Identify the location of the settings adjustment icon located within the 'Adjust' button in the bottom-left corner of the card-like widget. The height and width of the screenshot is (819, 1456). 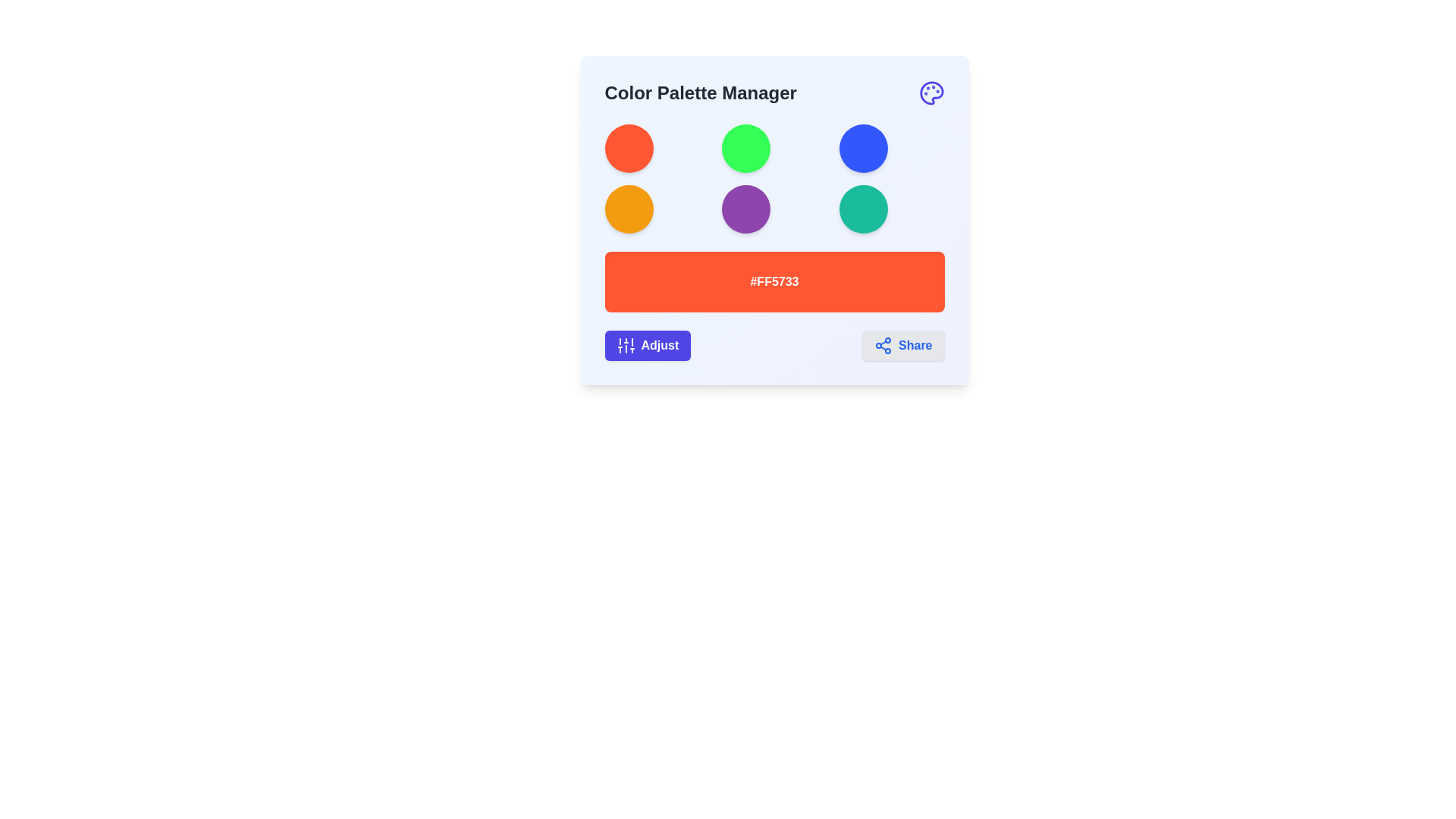
(626, 345).